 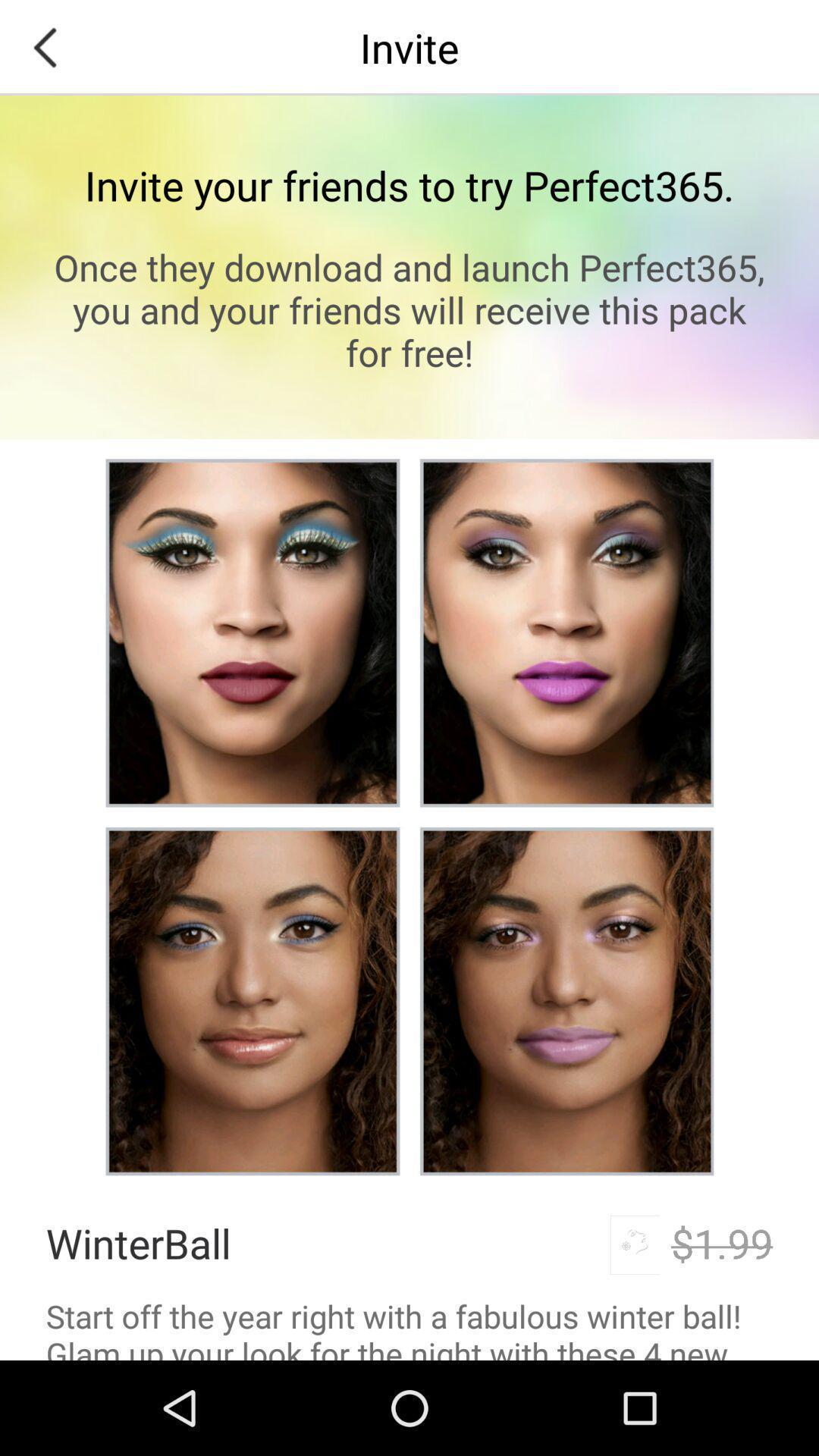 I want to click on icon below the invite your friends icon, so click(x=409, y=309).